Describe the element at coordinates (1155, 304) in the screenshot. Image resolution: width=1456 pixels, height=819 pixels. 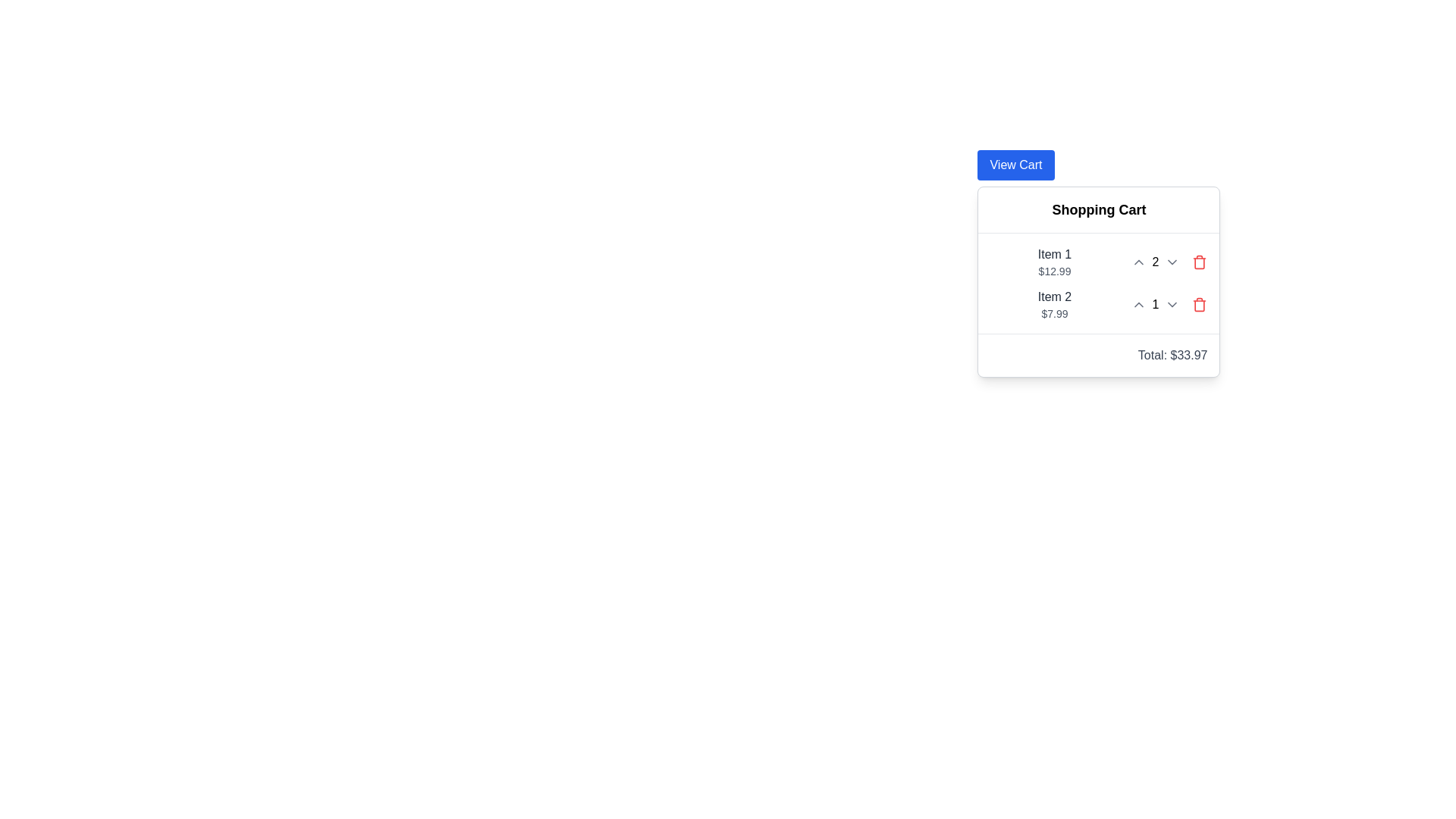
I see `the numeral '1' text display element indicating the quantity of 'Item 2' in the shopping cart interface` at that location.